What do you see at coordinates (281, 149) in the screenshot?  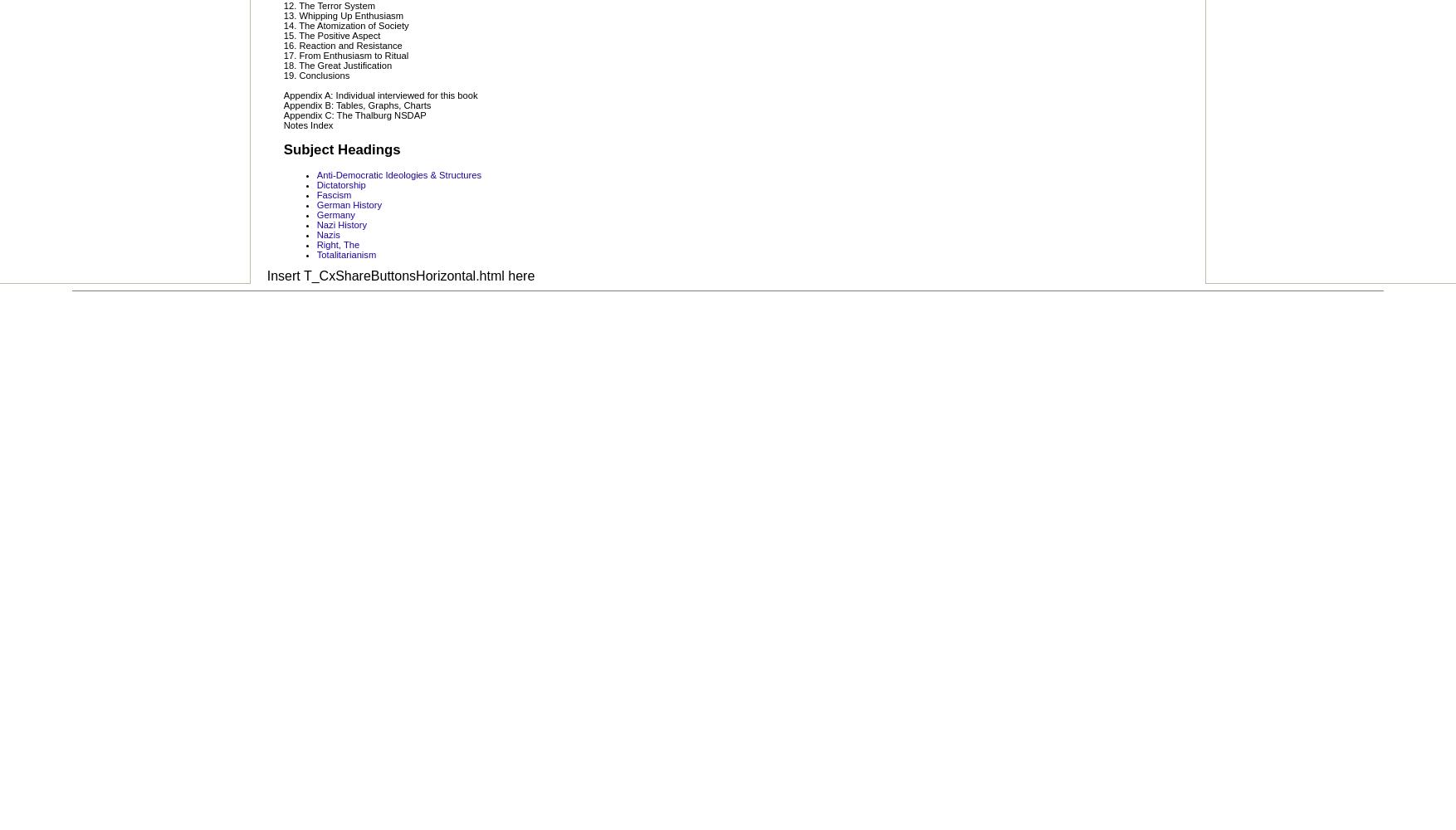 I see `'Subject Headings'` at bounding box center [281, 149].